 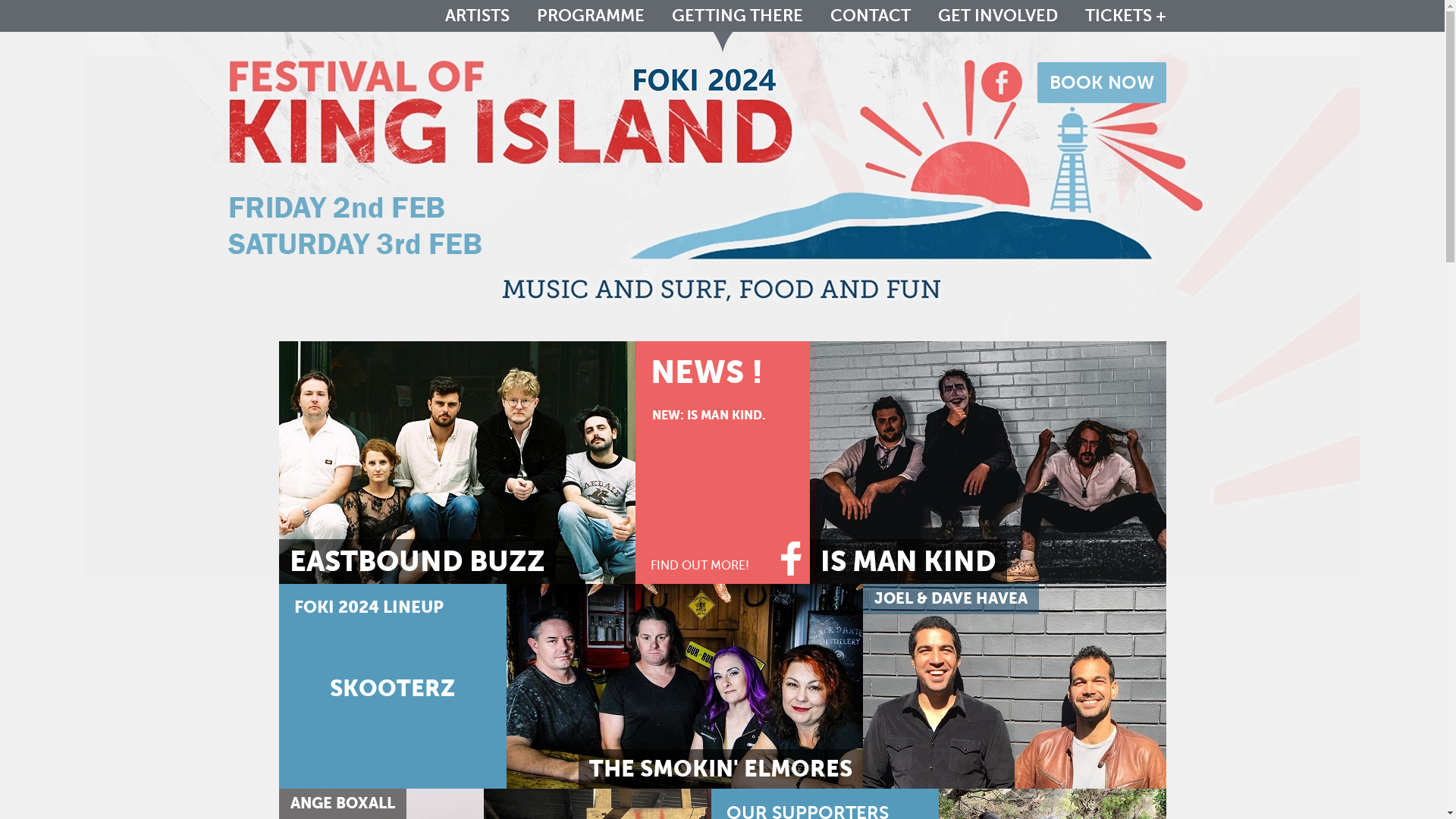 What do you see at coordinates (475, 15) in the screenshot?
I see `'ARTISTS'` at bounding box center [475, 15].